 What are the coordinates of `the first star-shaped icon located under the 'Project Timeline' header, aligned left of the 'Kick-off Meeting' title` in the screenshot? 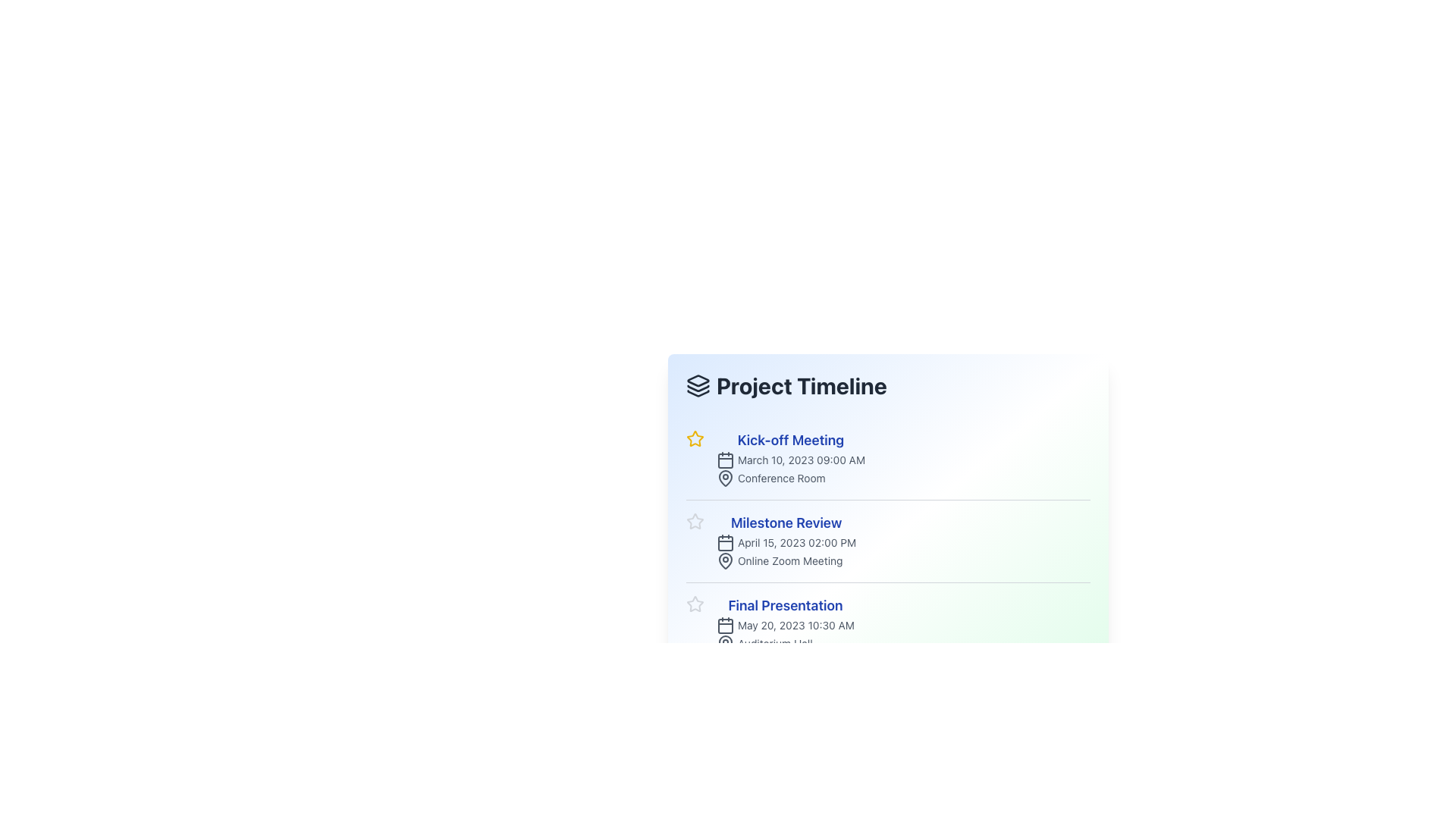 It's located at (694, 603).